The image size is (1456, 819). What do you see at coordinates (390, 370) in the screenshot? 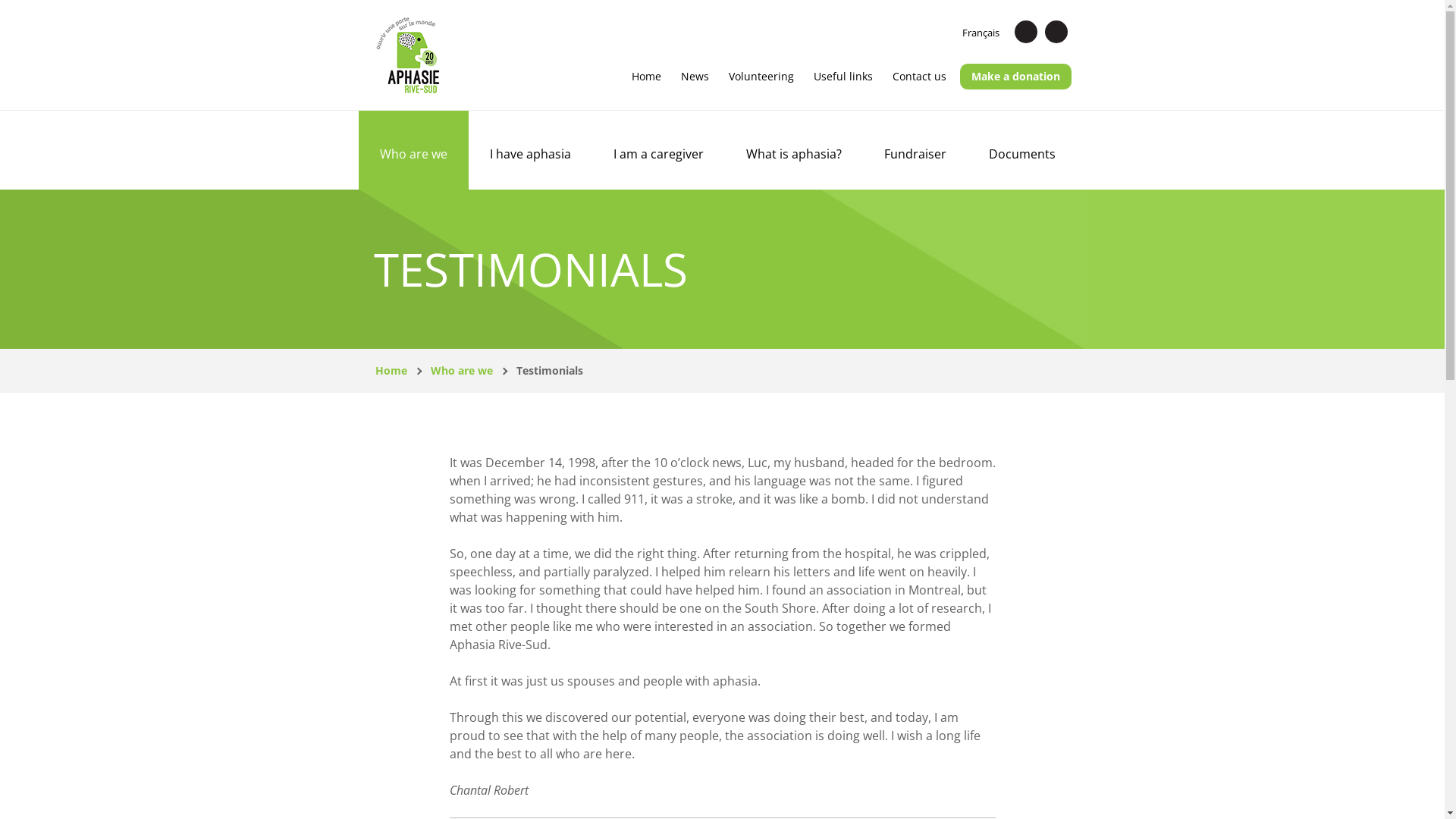
I see `'Home'` at bounding box center [390, 370].